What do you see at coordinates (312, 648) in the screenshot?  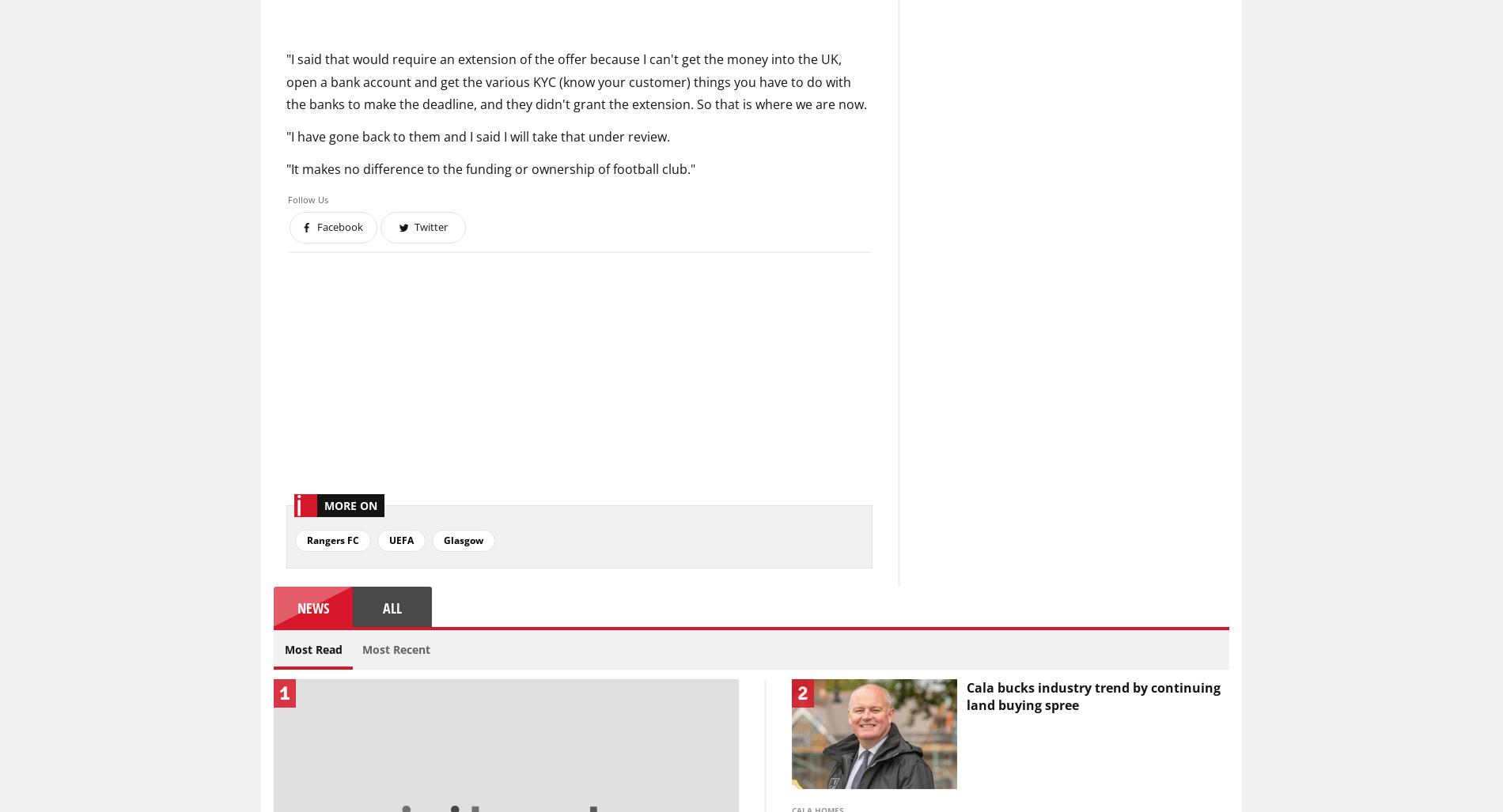 I see `'Most Read'` at bounding box center [312, 648].